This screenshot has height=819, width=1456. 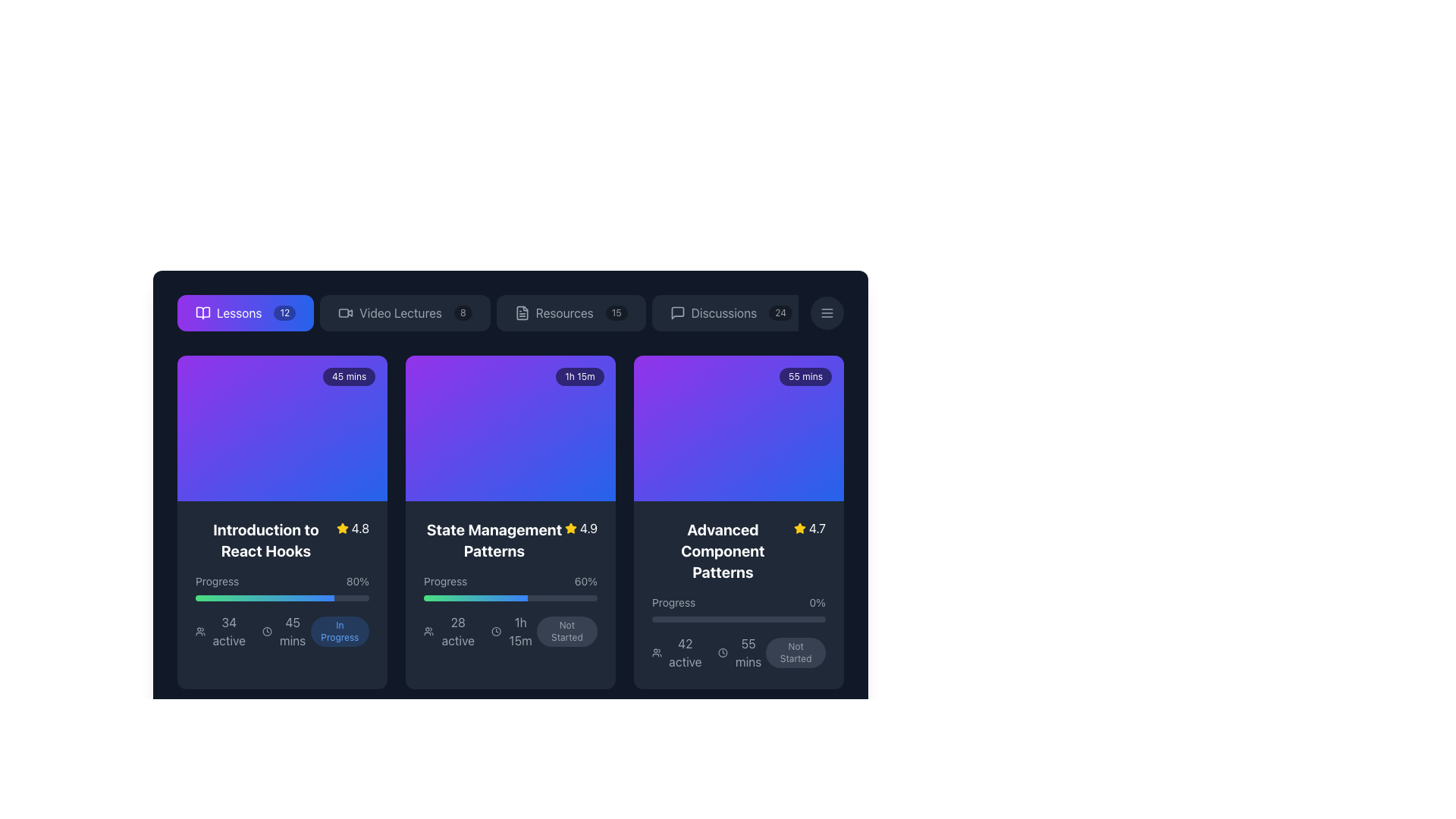 What do you see at coordinates (282, 587) in the screenshot?
I see `the progress area of the Progress Bar labeled with 'Progress' on the left and '80%' on the right, indicating completion percentage` at bounding box center [282, 587].